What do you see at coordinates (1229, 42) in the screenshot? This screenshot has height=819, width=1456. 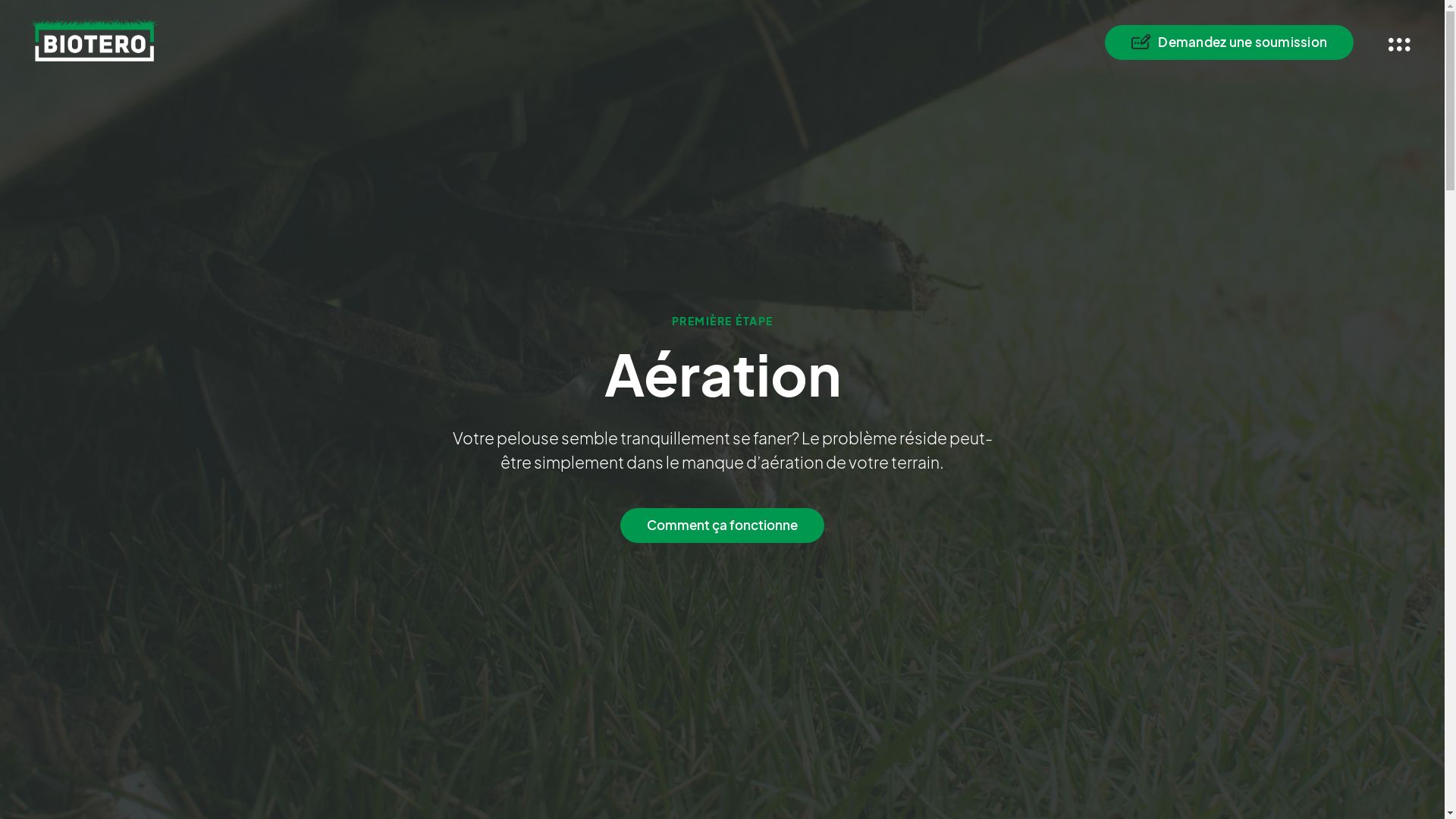 I see `'Demandez une soumission'` at bounding box center [1229, 42].